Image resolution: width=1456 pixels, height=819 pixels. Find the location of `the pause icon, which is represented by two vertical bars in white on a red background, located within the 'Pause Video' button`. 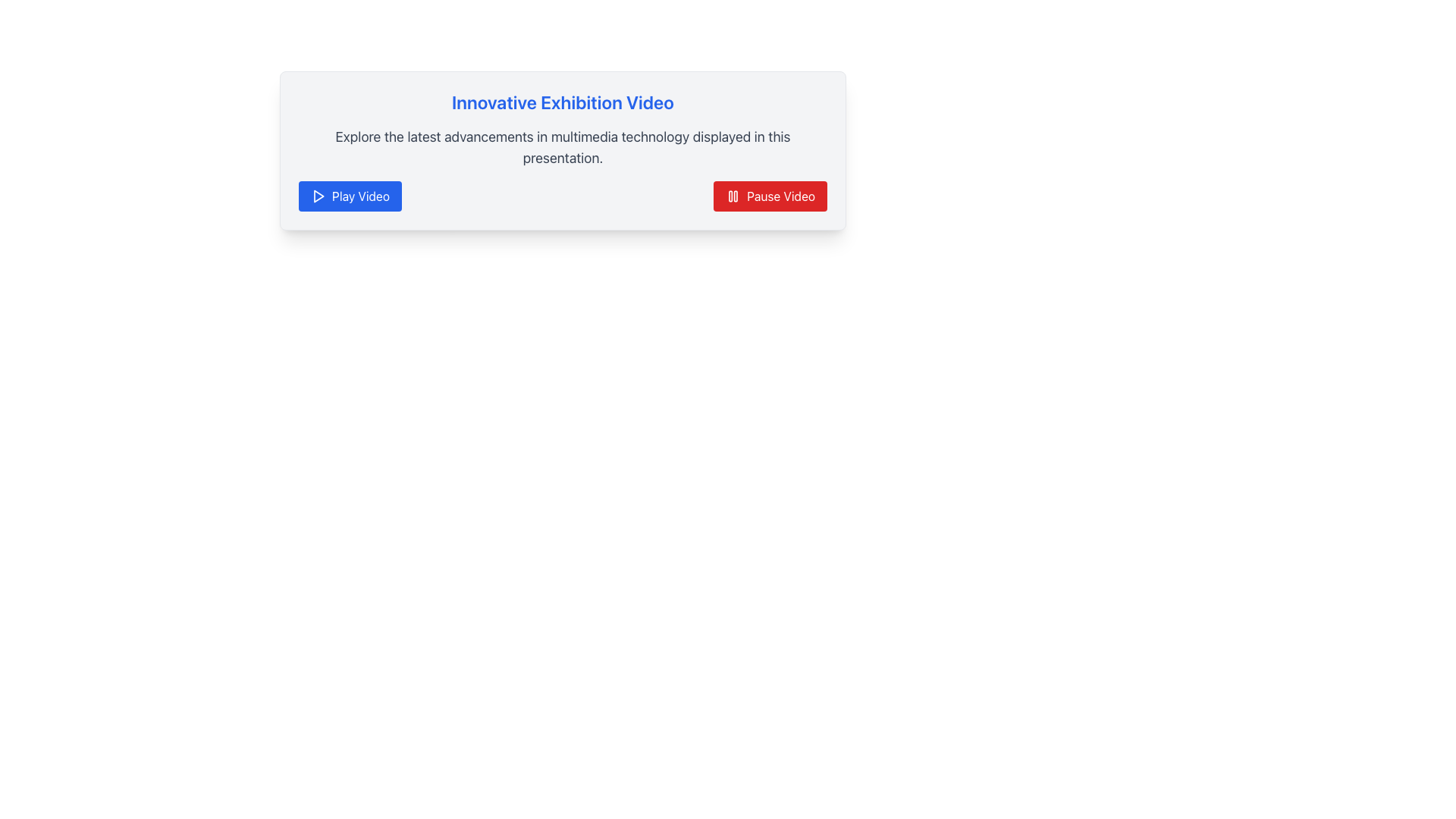

the pause icon, which is represented by two vertical bars in white on a red background, located within the 'Pause Video' button is located at coordinates (733, 195).